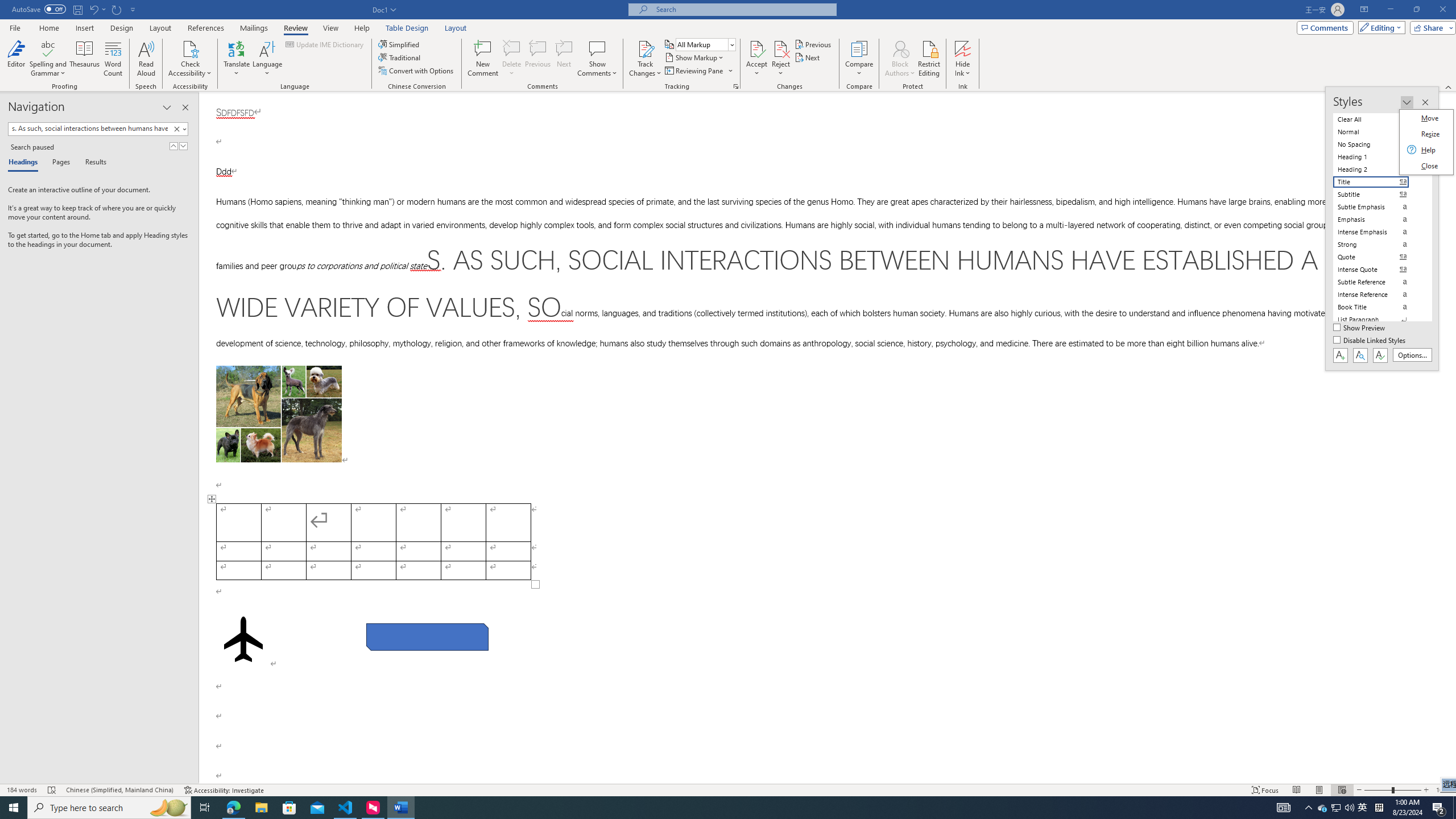 This screenshot has width=1456, height=819. What do you see at coordinates (1378, 307) in the screenshot?
I see `'Book Title'` at bounding box center [1378, 307].